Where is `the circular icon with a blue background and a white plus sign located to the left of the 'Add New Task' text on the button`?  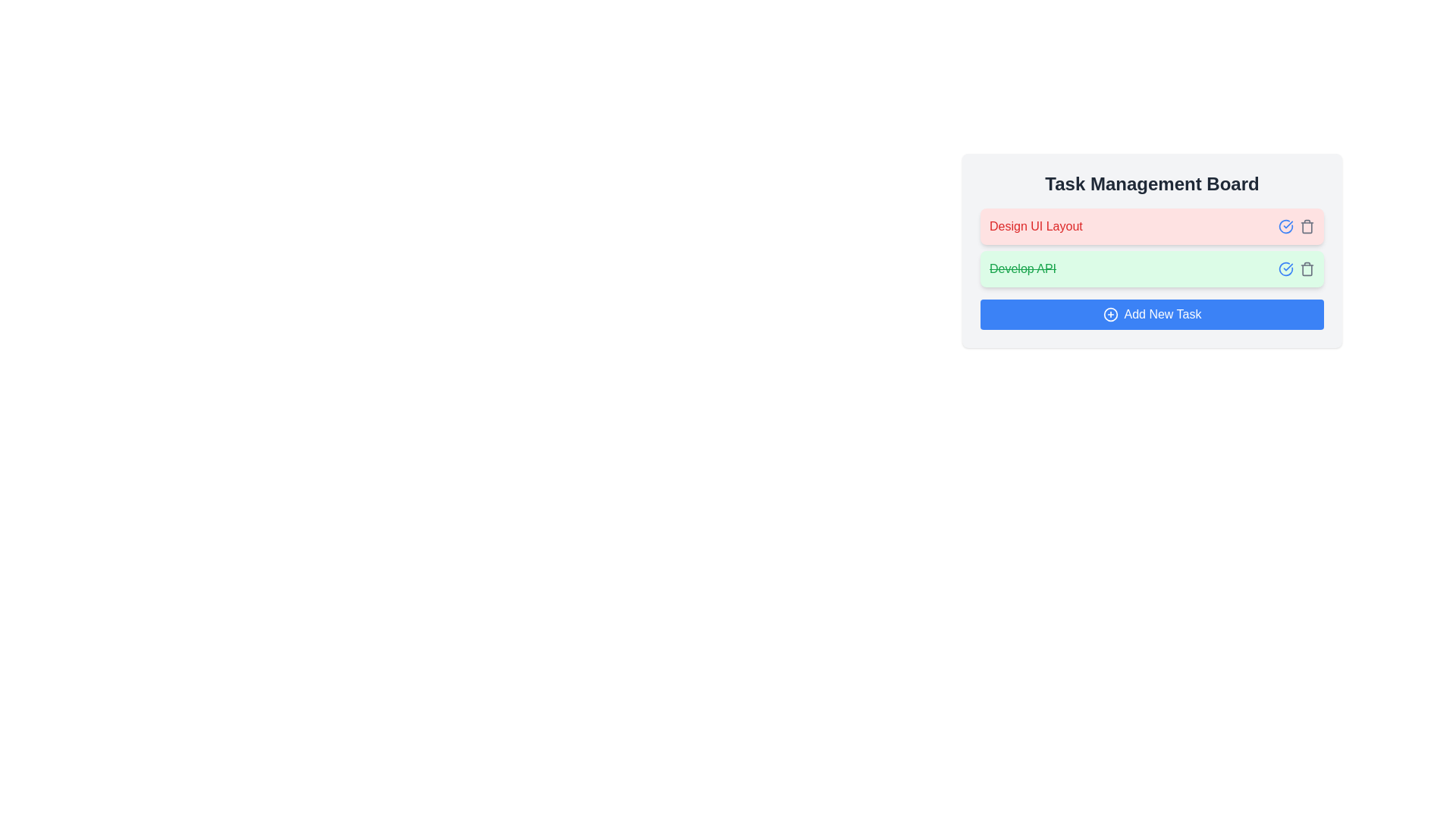 the circular icon with a blue background and a white plus sign located to the left of the 'Add New Task' text on the button is located at coordinates (1110, 314).